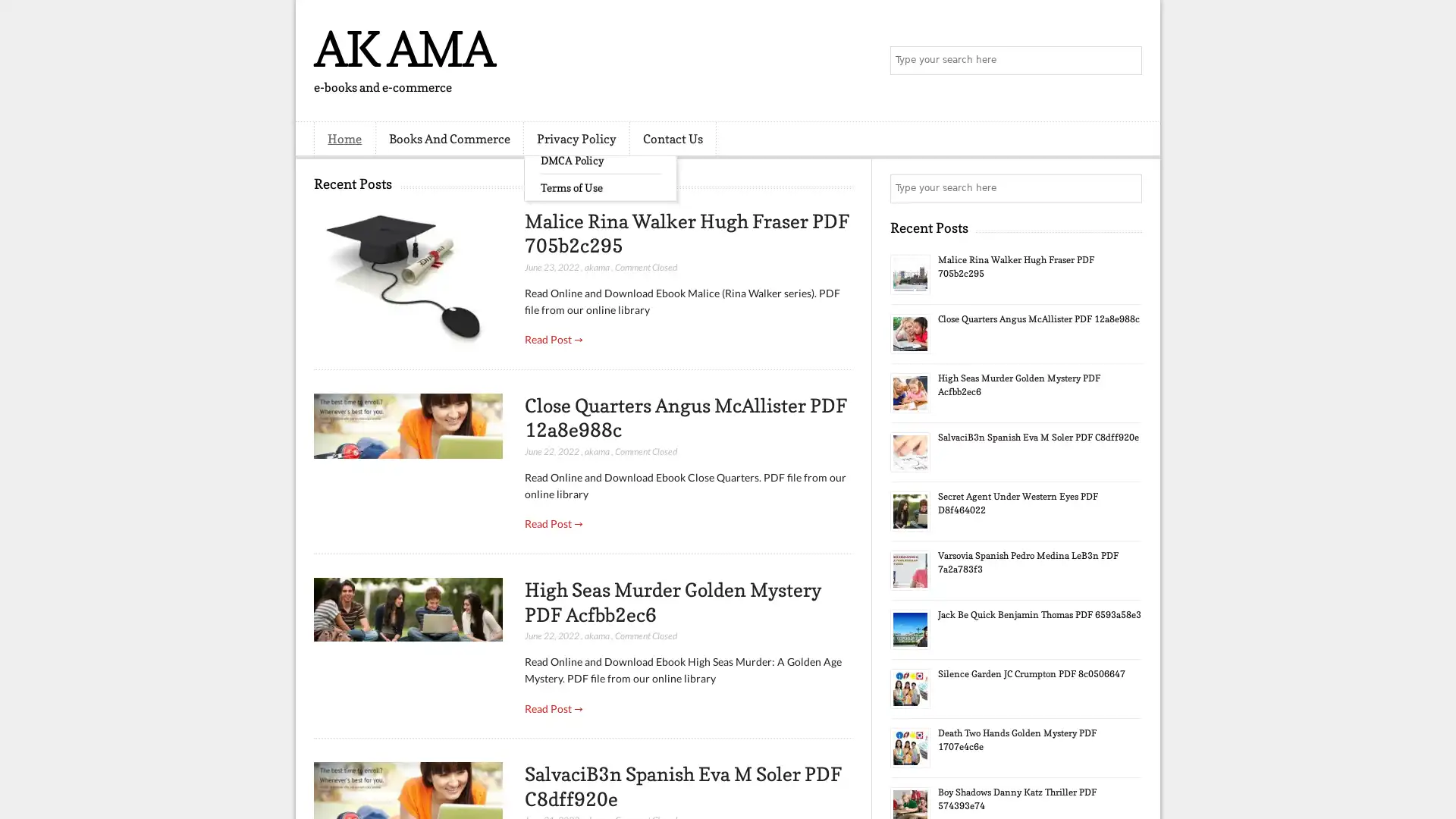 Image resolution: width=1456 pixels, height=819 pixels. I want to click on Search, so click(1126, 61).